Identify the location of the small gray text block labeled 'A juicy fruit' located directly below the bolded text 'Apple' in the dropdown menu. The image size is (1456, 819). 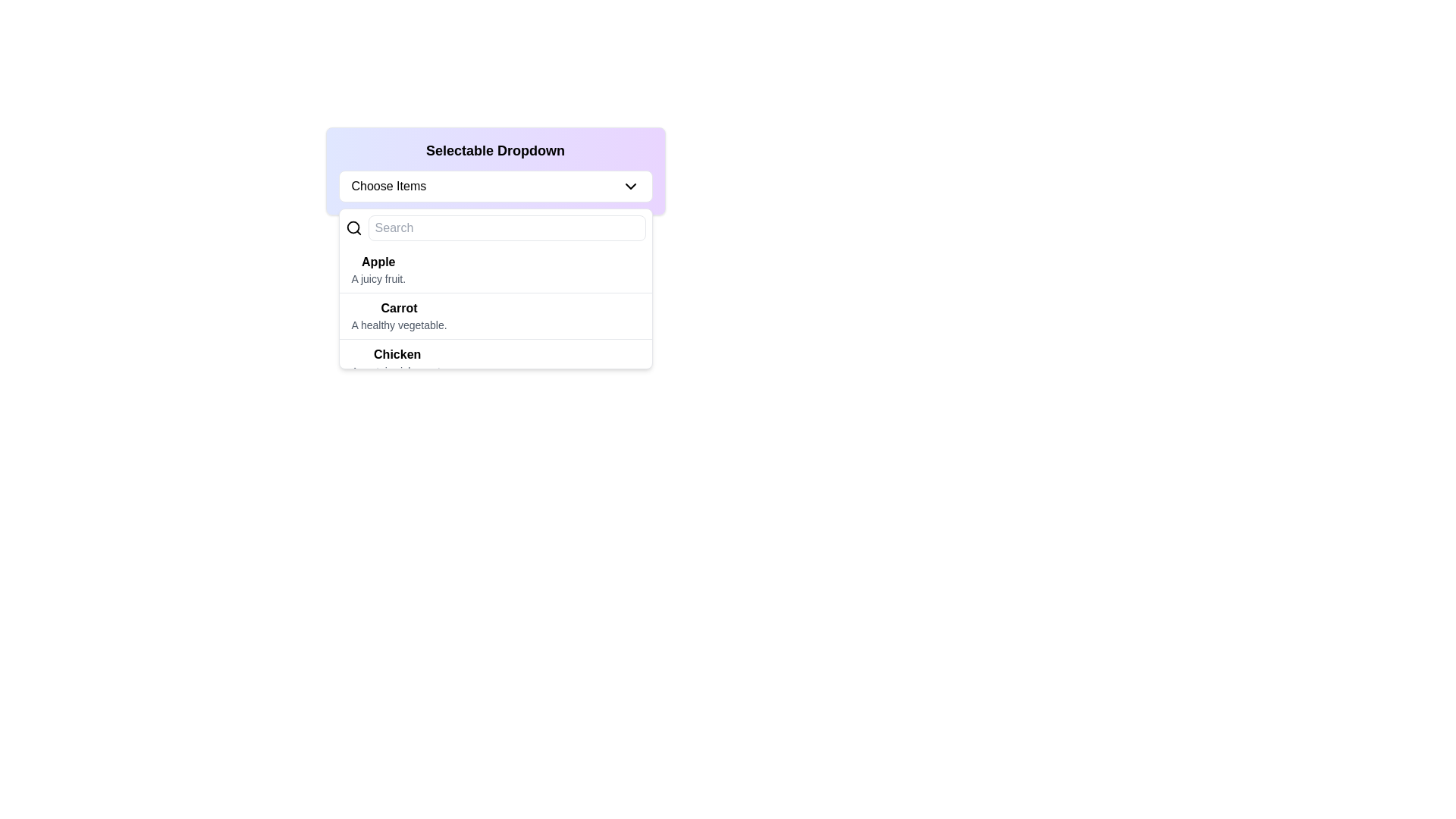
(378, 278).